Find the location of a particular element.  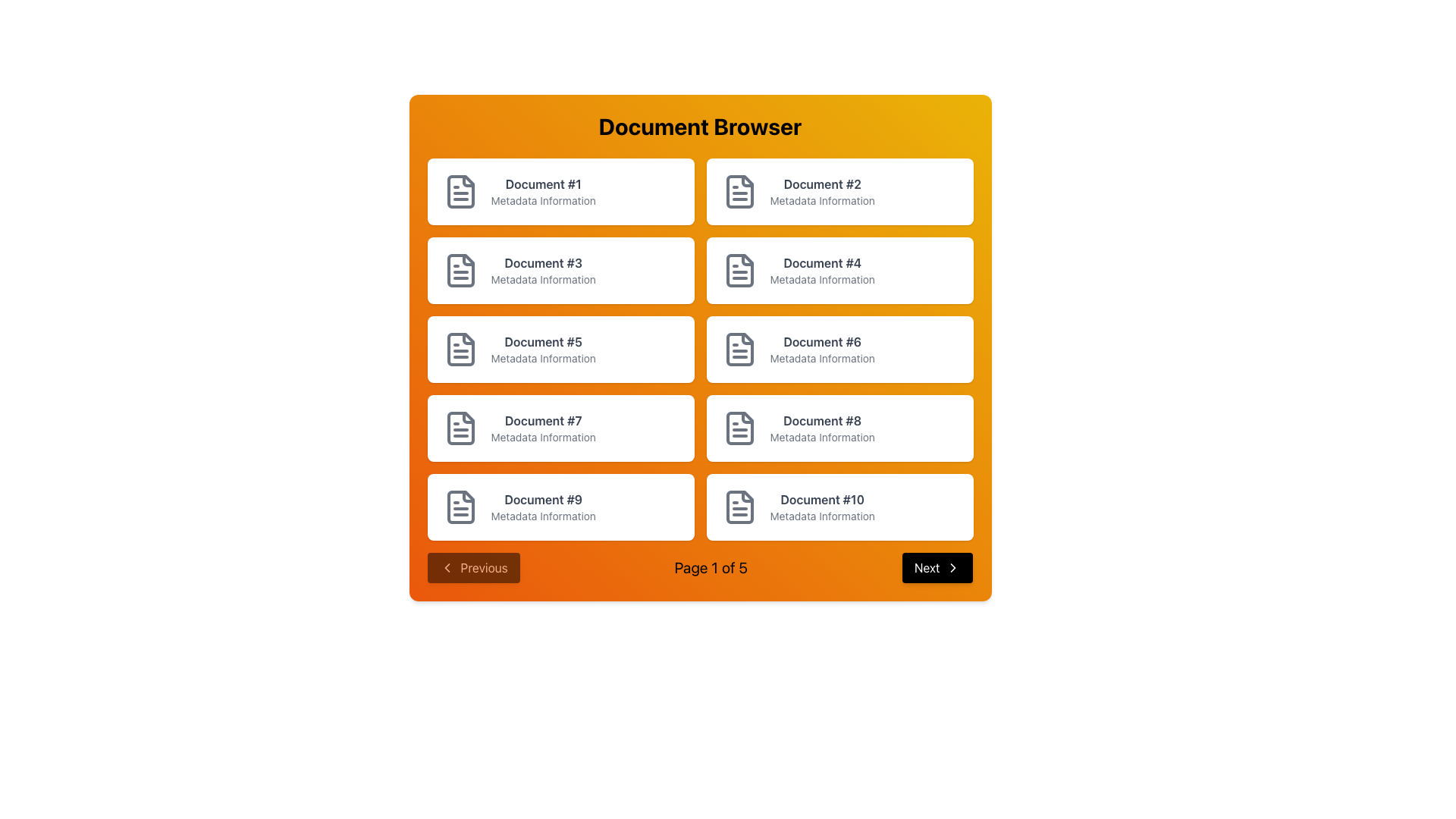

the text element displaying 'Document #9' and its description 'Metadata Information' for additional information is located at coordinates (543, 507).